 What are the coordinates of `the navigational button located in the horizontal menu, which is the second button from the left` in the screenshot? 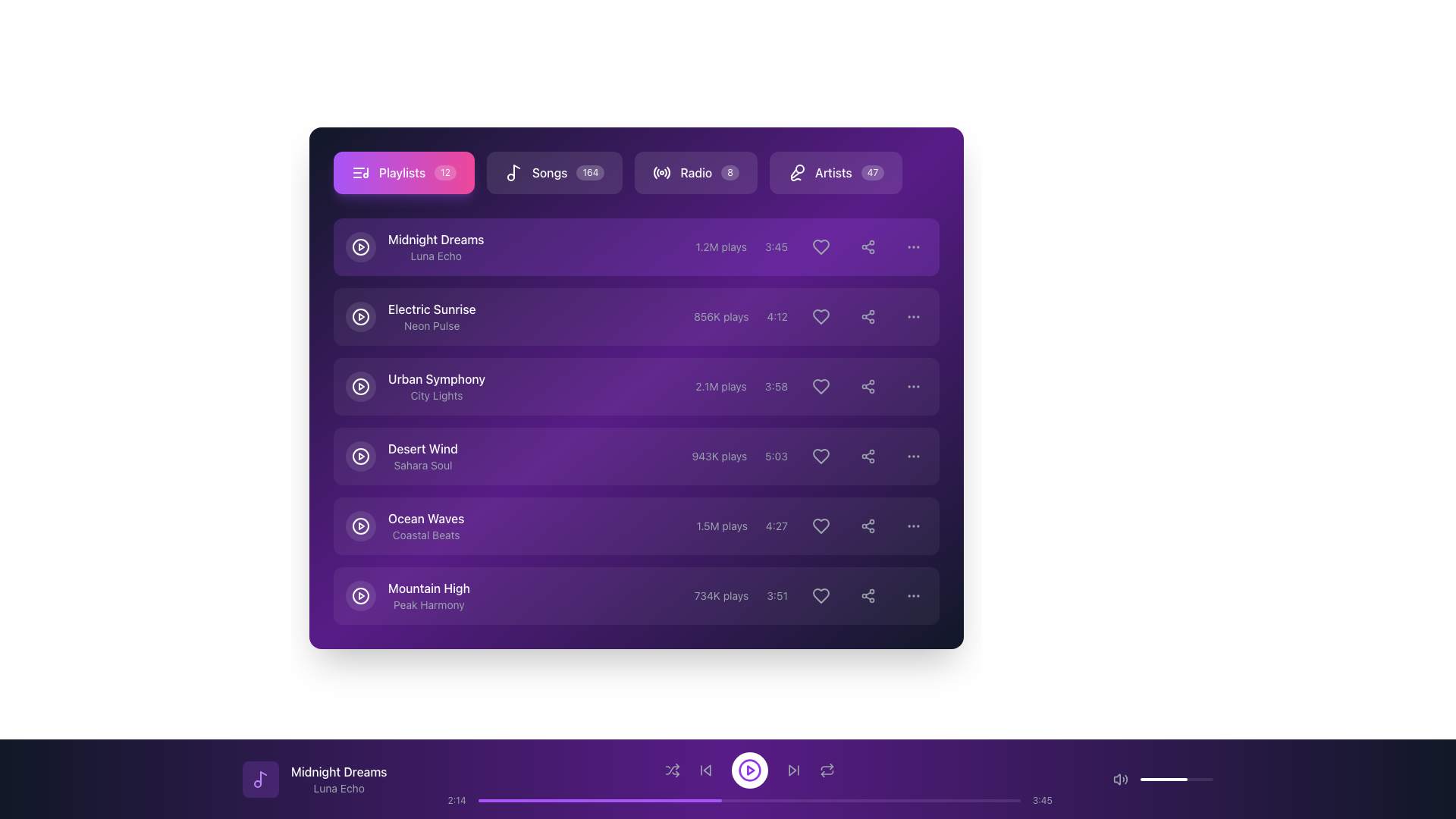 It's located at (618, 171).